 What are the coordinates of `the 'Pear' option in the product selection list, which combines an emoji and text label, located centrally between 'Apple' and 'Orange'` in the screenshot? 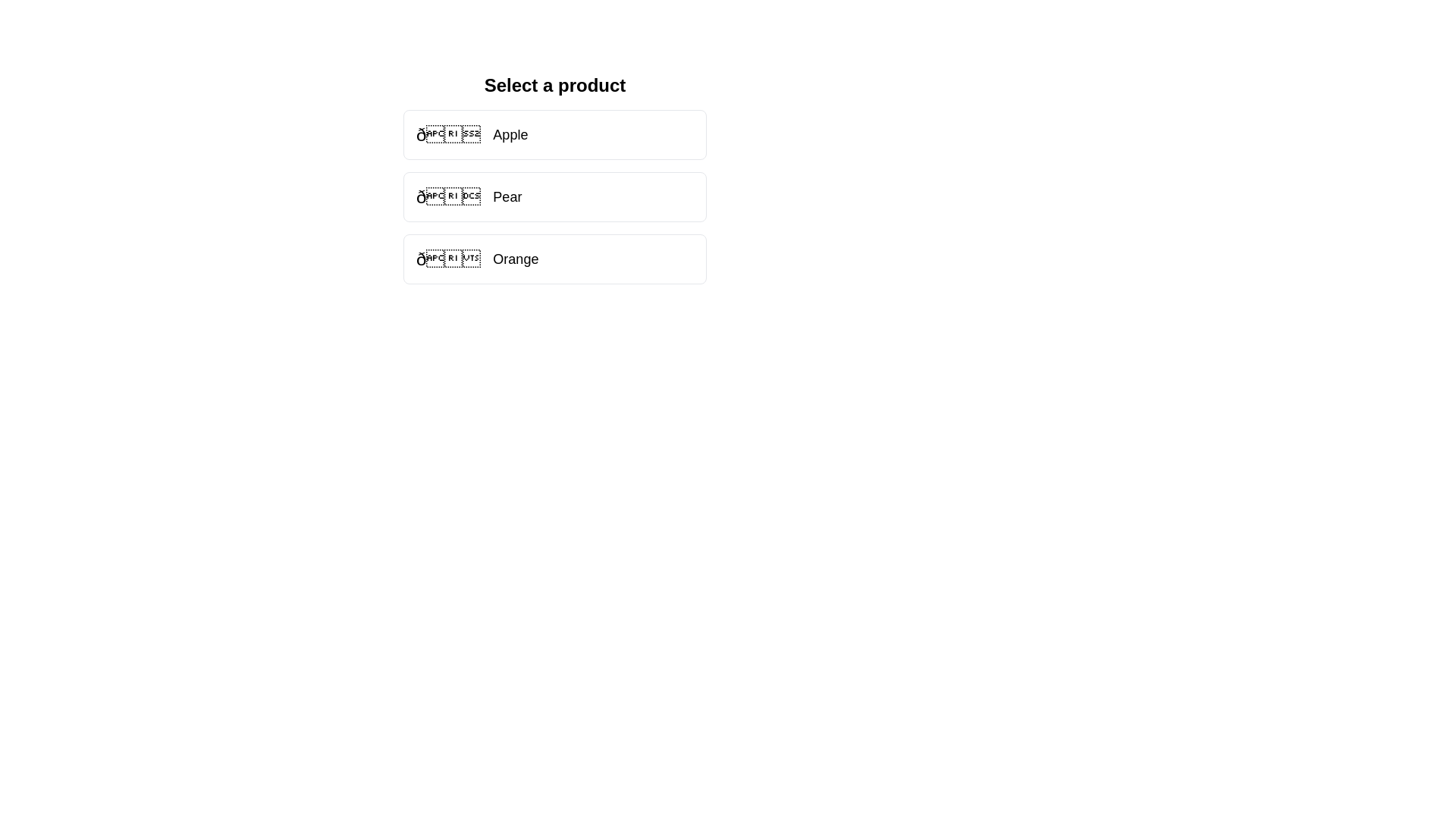 It's located at (468, 196).